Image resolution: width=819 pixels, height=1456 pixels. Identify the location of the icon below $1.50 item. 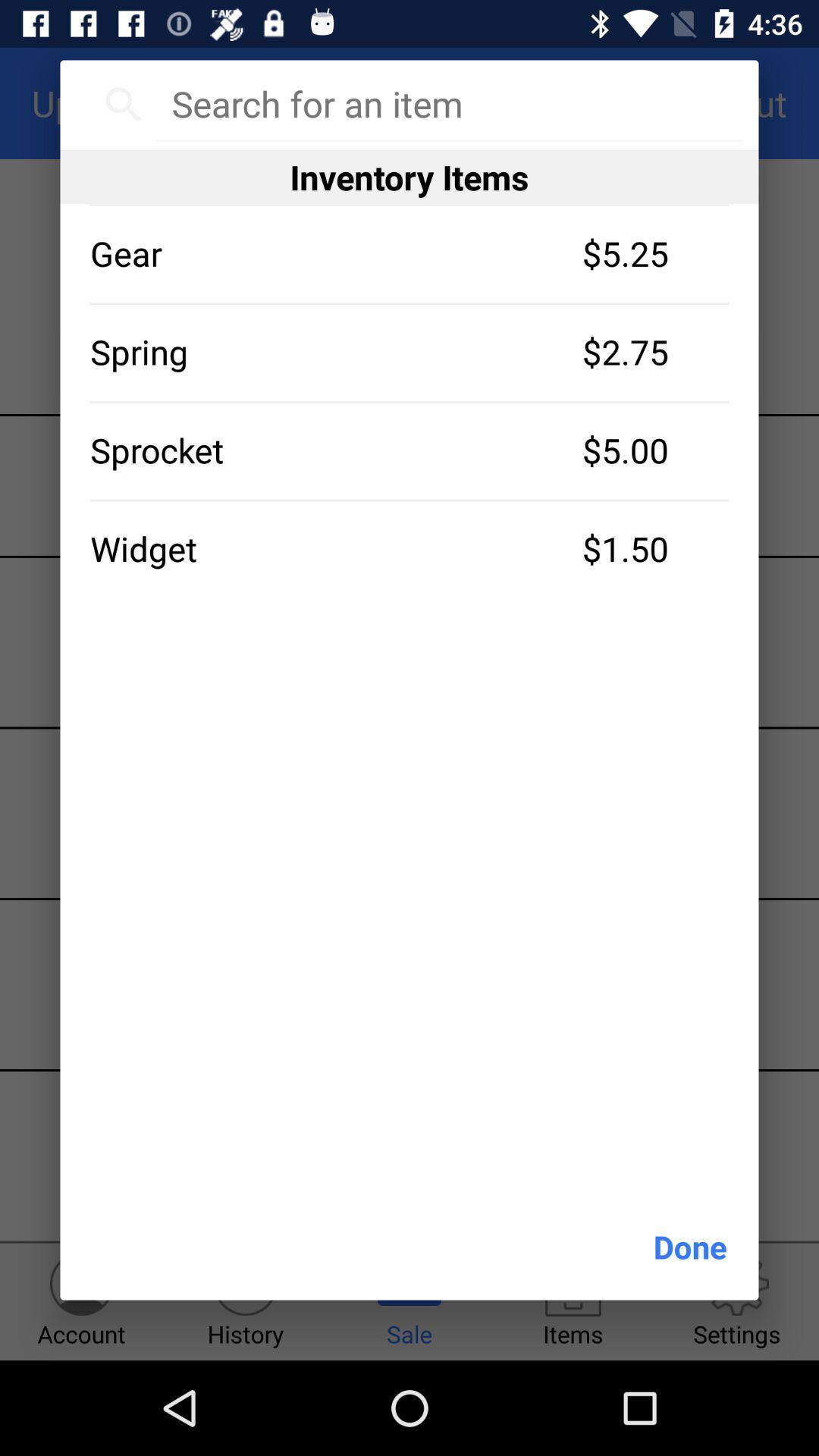
(690, 1247).